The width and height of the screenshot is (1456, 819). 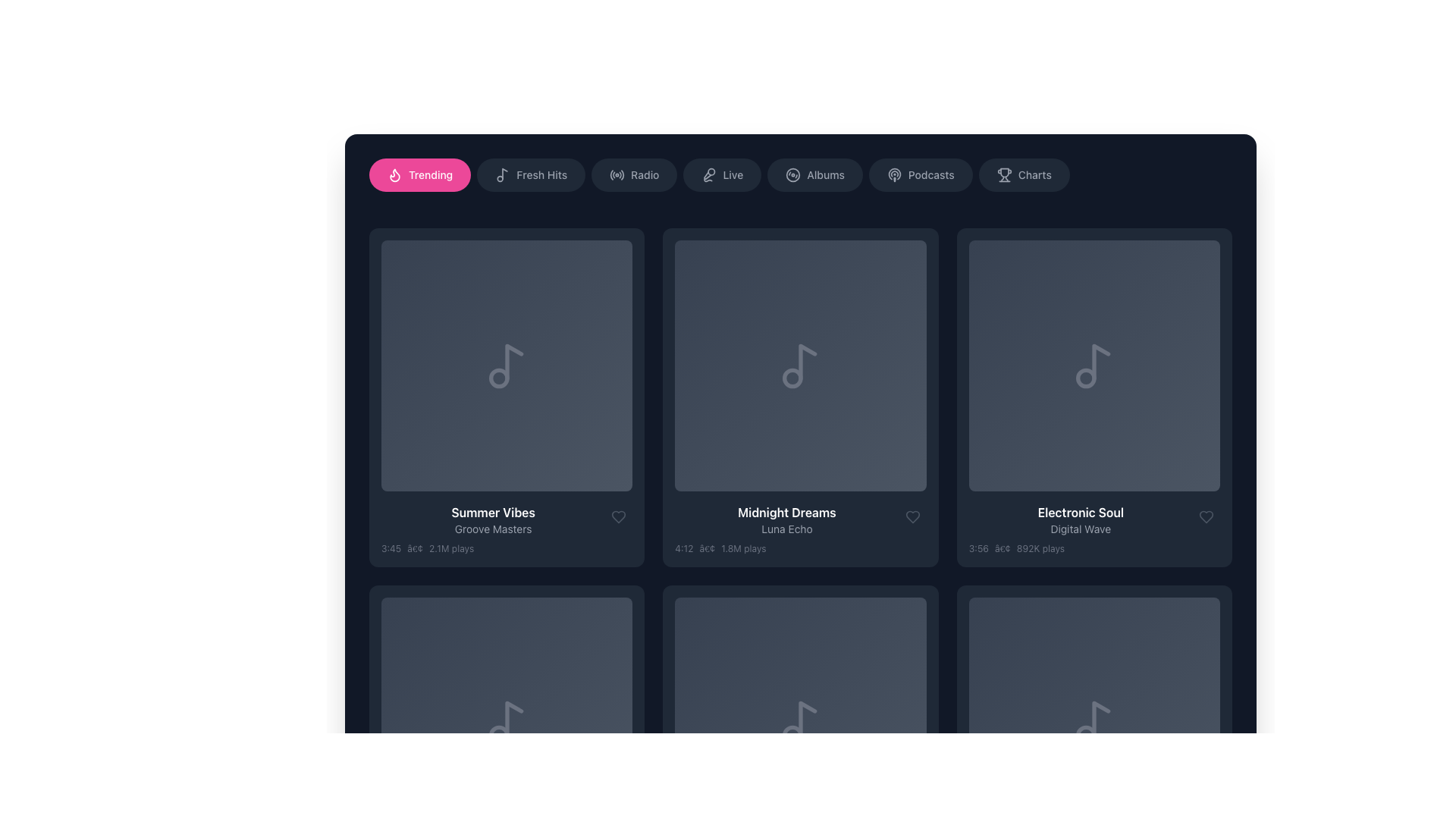 What do you see at coordinates (1033, 174) in the screenshot?
I see `the 'Charts' text label within the navigation button` at bounding box center [1033, 174].